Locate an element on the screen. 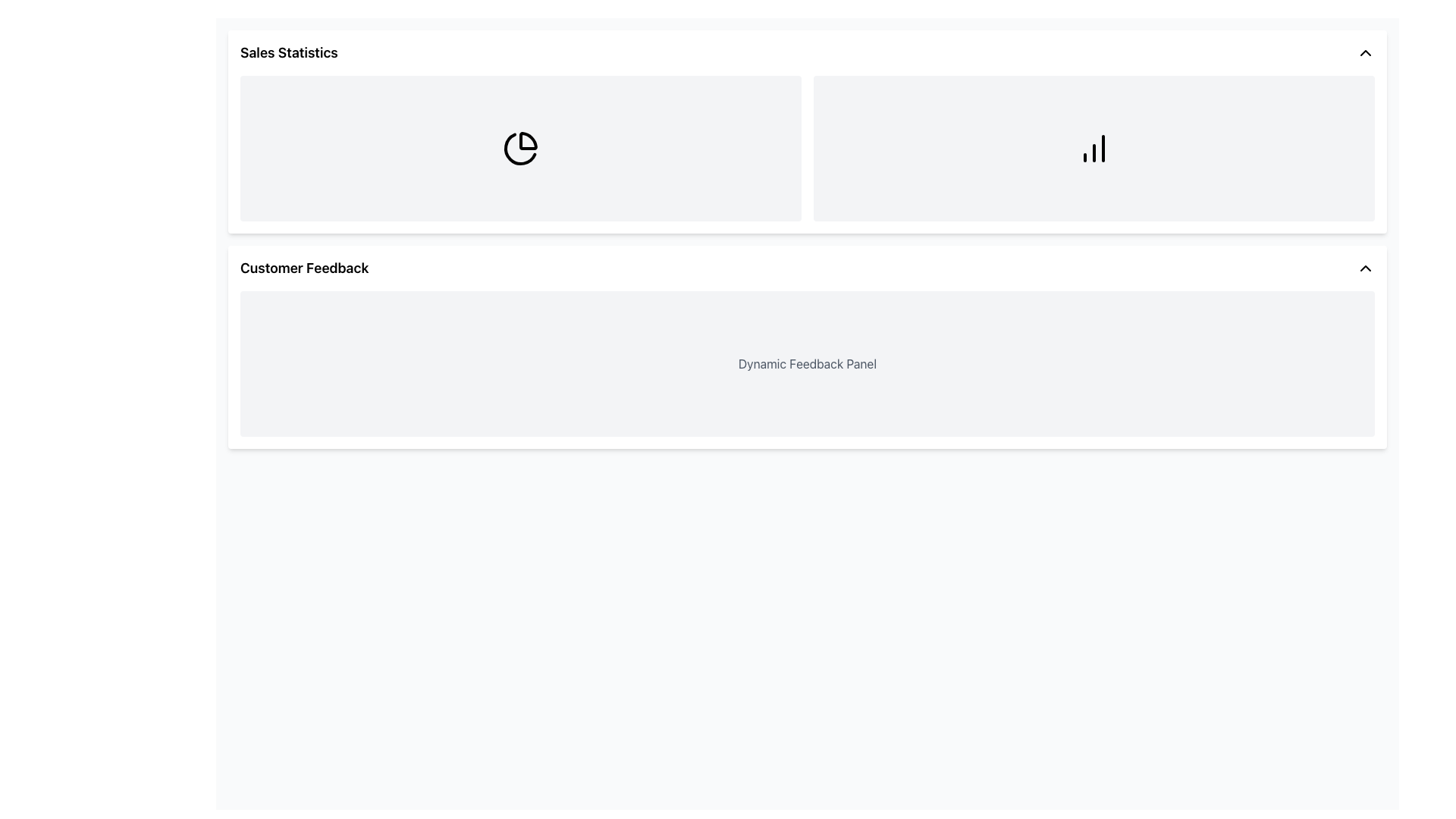 This screenshot has width=1456, height=819. the text label displaying 'Dynamic Feedback Panel' which is located centrally within the 'Customer Feedback' section, positioned towards the top of its gray-backgrounded rectangular area is located at coordinates (807, 363).